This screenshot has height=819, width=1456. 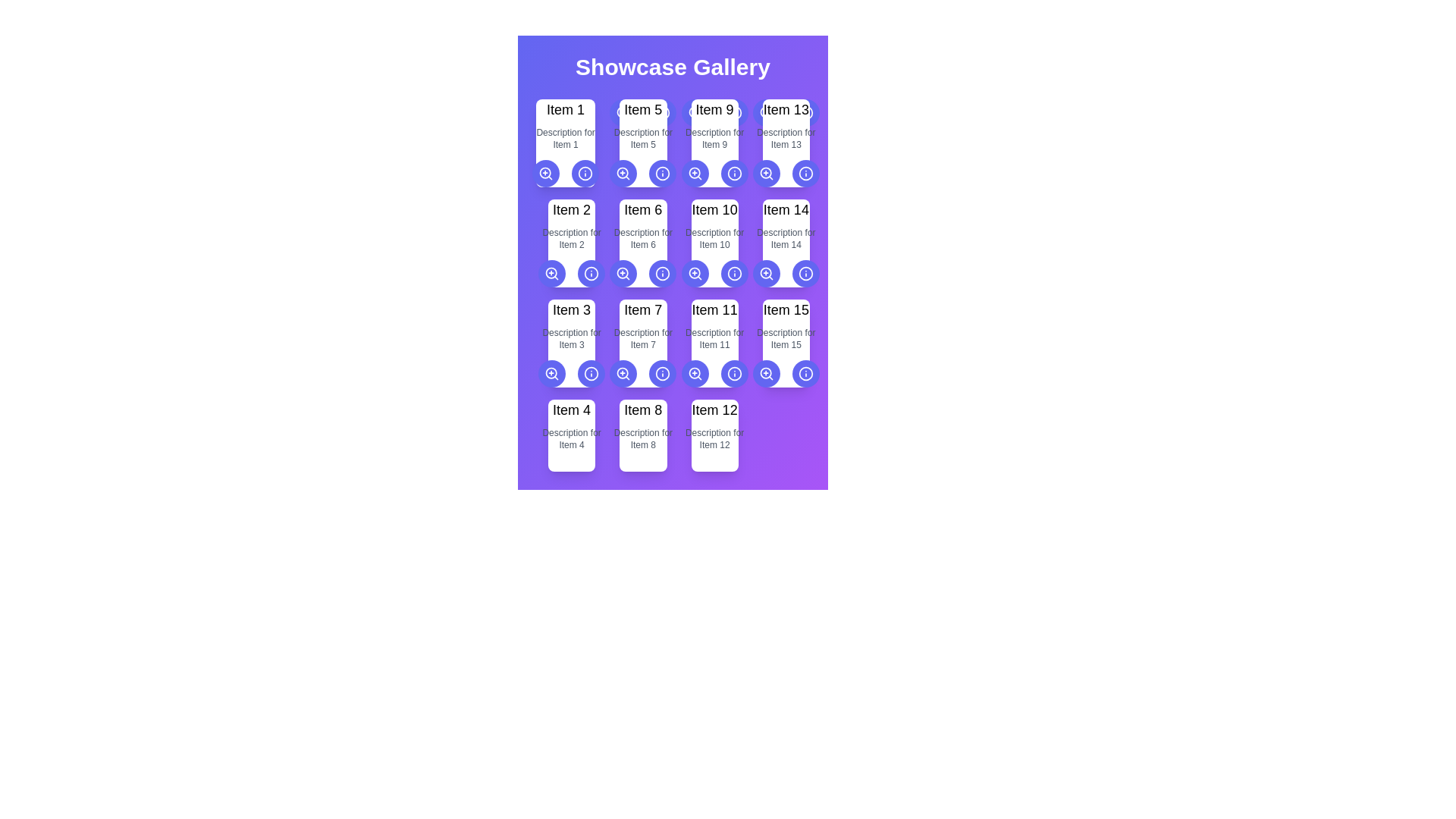 What do you see at coordinates (805, 172) in the screenshot?
I see `the informational button located directly below 'Item 13' in the grid layout to observe the hover effect` at bounding box center [805, 172].